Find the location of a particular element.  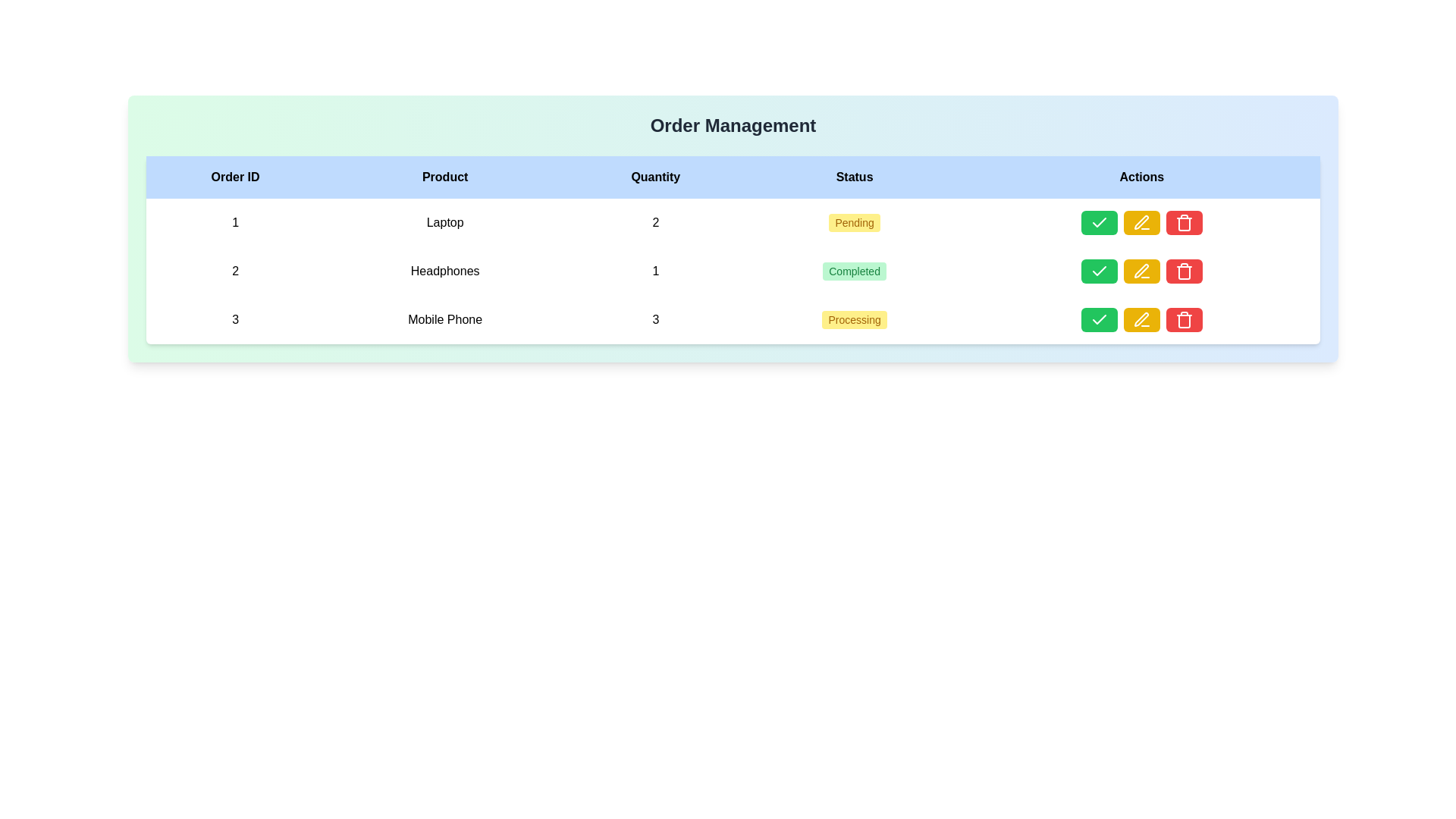

the static text display element labeled 'Laptop' which is located in the 'Product' column of the table for 'Order ID 1' is located at coordinates (444, 222).